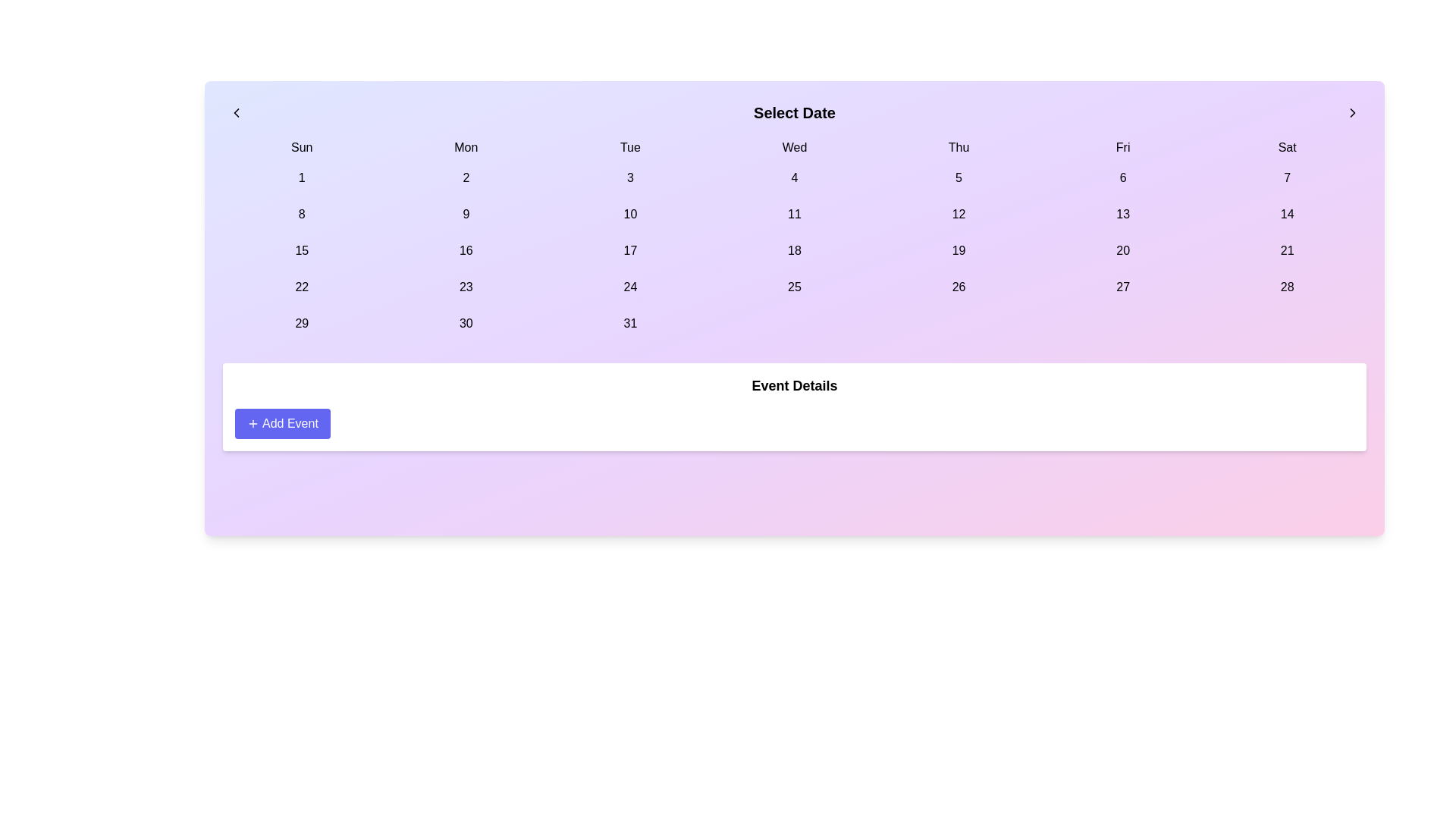 Image resolution: width=1456 pixels, height=819 pixels. What do you see at coordinates (465, 214) in the screenshot?
I see `the interactive date selector button for the date '9' located in the second column of the third row of the calendar grid under the 'Select Date' header` at bounding box center [465, 214].